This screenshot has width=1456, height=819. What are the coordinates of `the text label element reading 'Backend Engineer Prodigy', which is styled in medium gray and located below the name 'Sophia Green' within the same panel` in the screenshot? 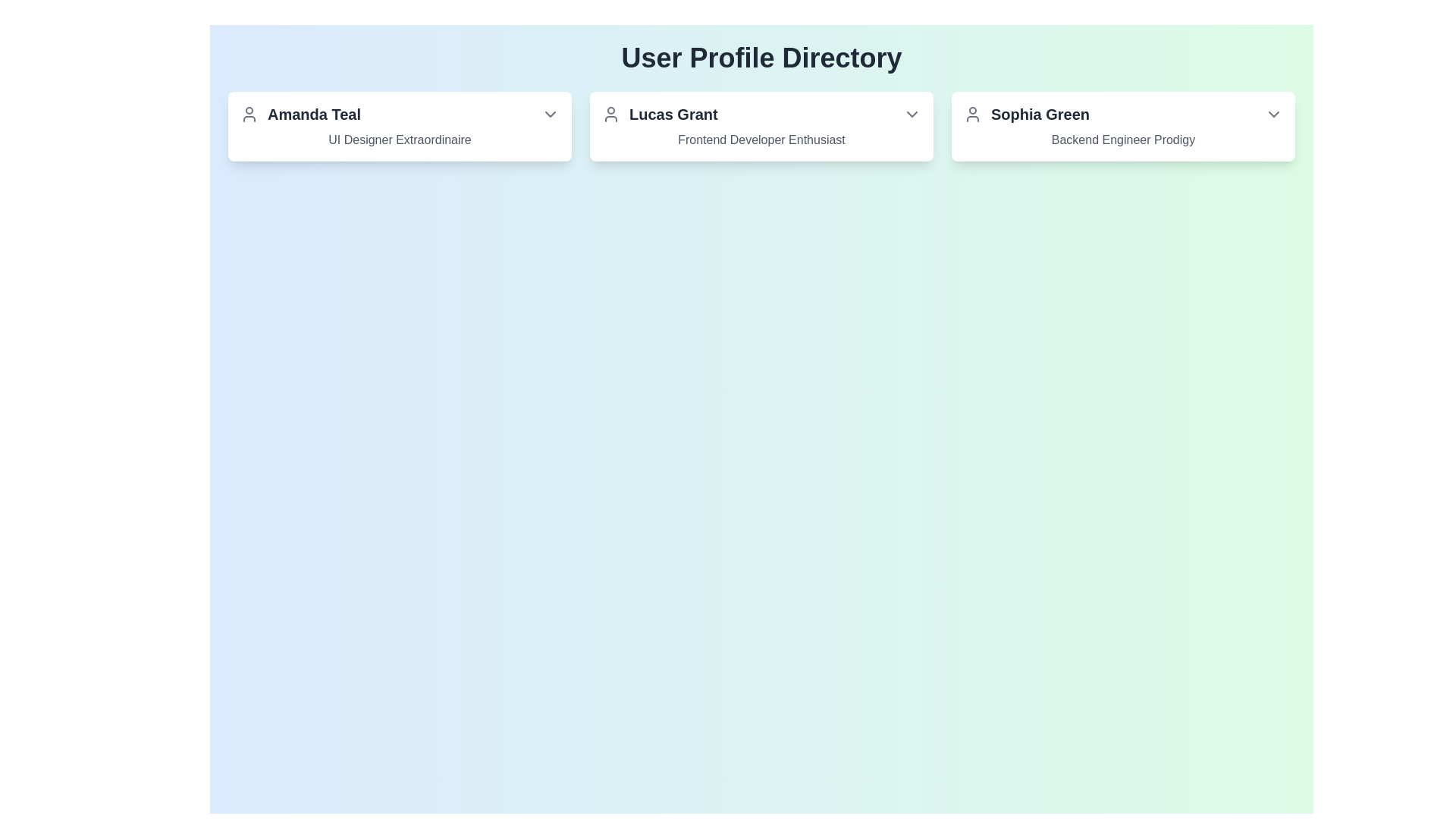 It's located at (1123, 140).